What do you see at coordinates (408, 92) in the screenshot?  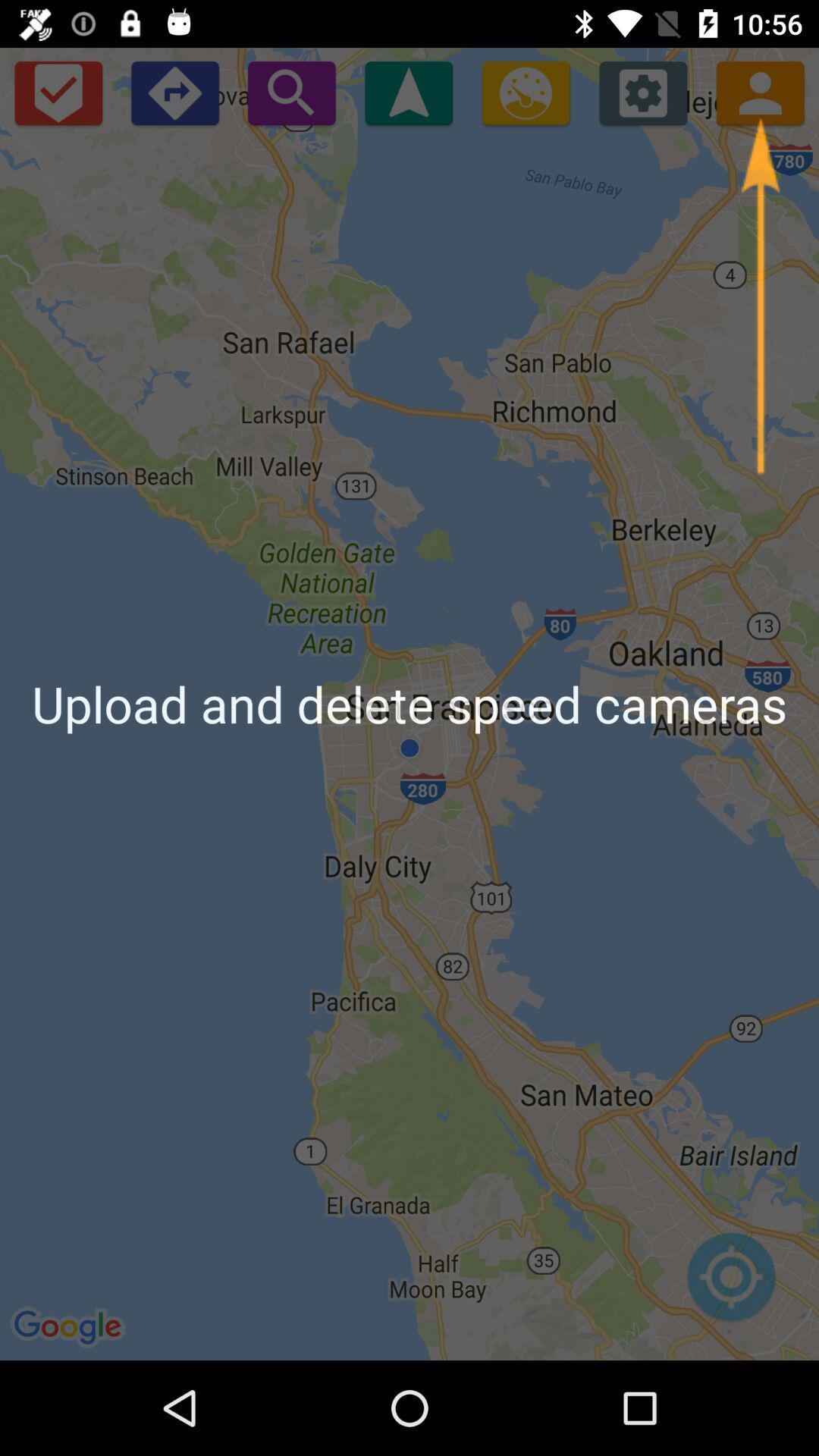 I see `upwards option` at bounding box center [408, 92].